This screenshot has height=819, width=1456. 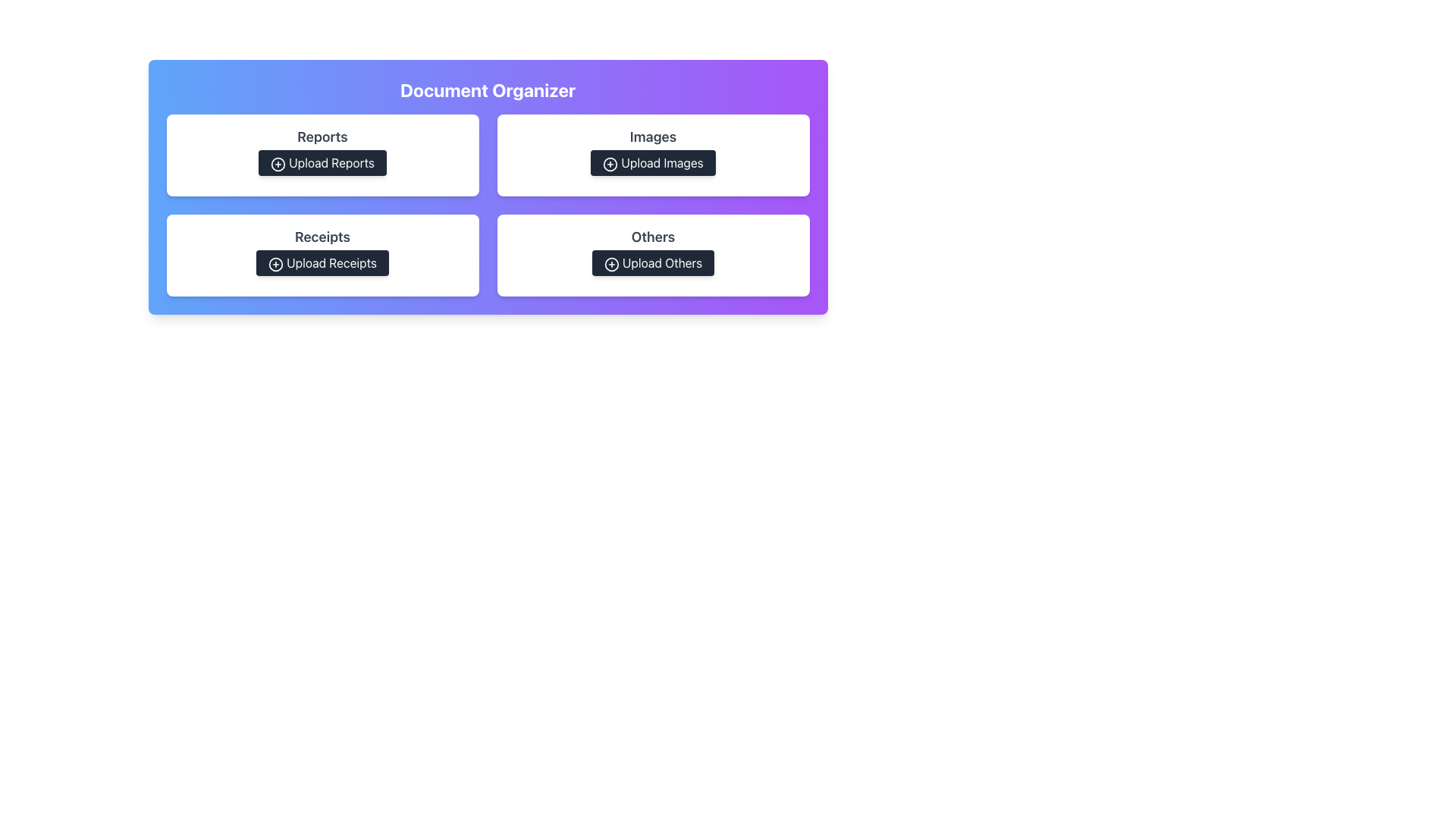 What do you see at coordinates (488, 90) in the screenshot?
I see `title text element located at the top section of the interface, which summarizes the main purpose or function of the contained elements` at bounding box center [488, 90].